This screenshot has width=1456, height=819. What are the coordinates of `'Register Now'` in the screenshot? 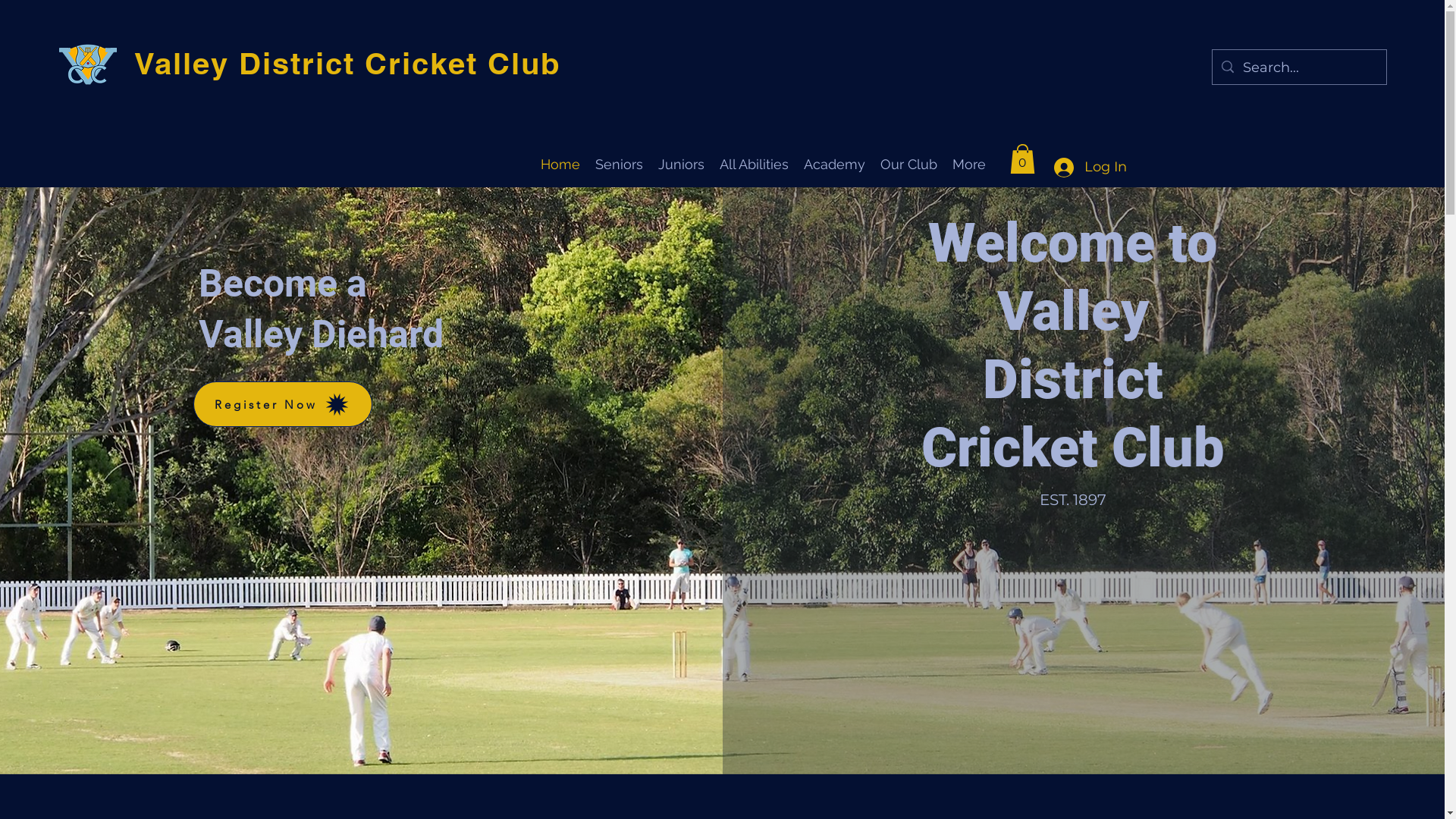 It's located at (192, 403).